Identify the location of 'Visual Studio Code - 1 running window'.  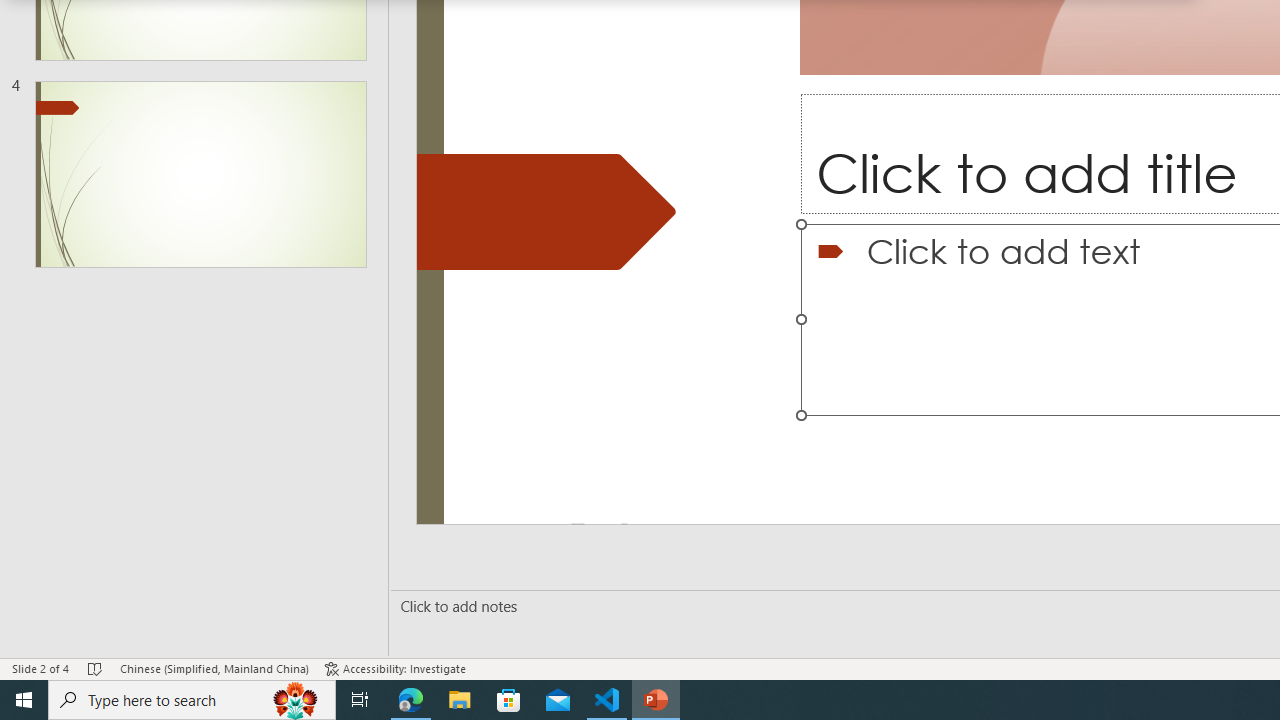
(606, 698).